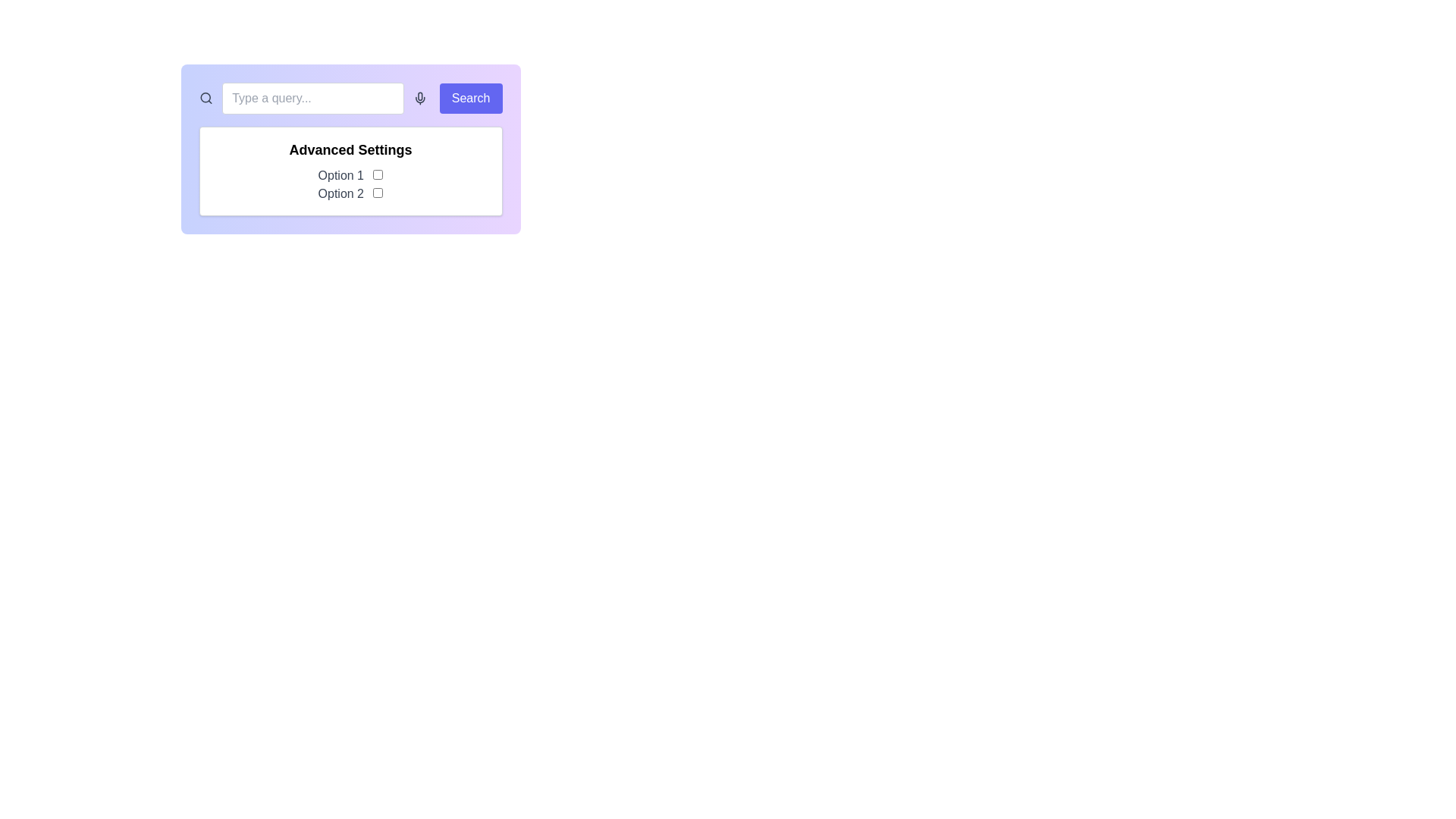  I want to click on the checkbox located to the right of the text label 'Option 1' in the 'Advanced Settings' section, so click(378, 174).